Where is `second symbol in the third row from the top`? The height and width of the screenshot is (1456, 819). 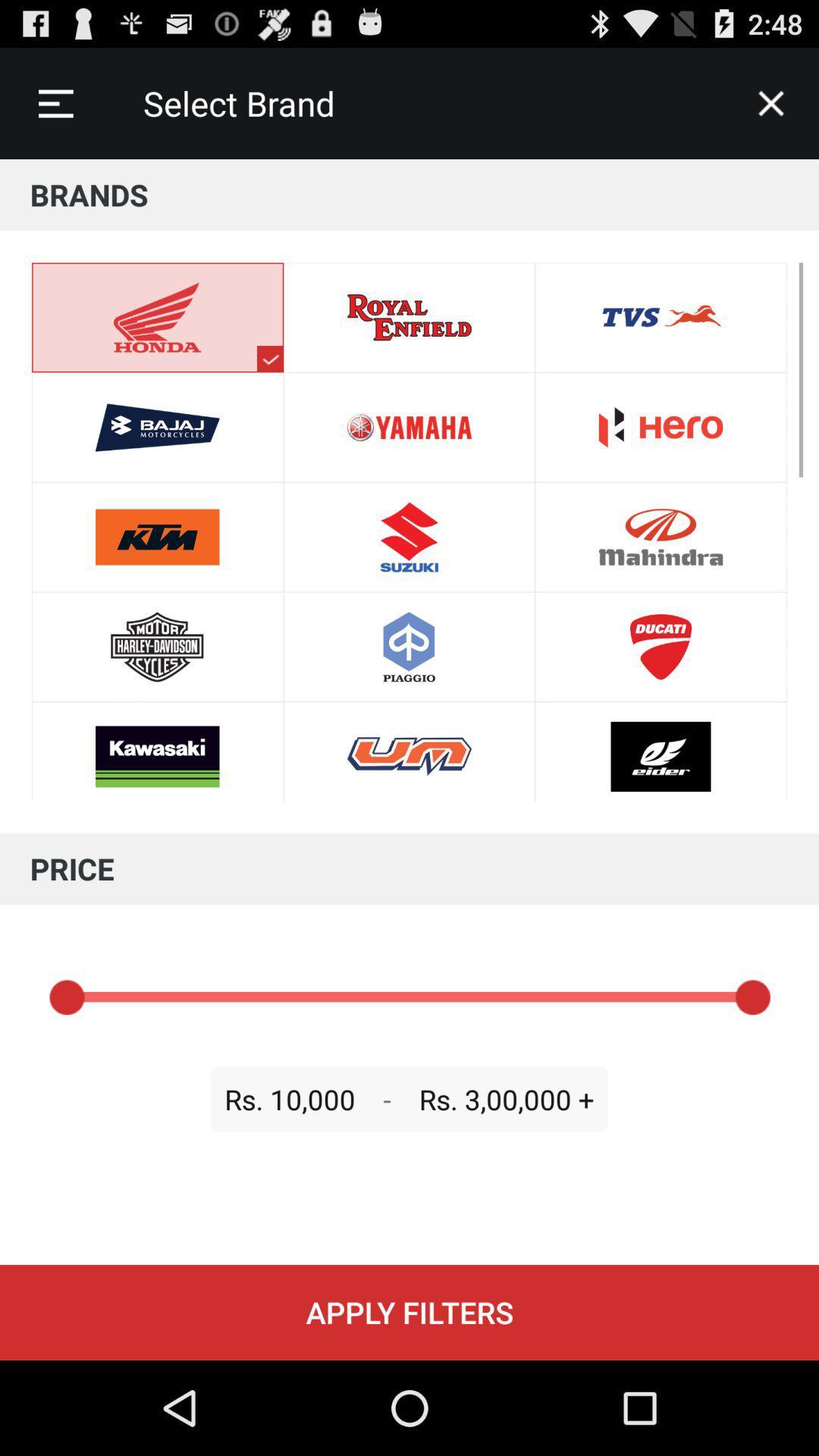
second symbol in the third row from the top is located at coordinates (409, 537).